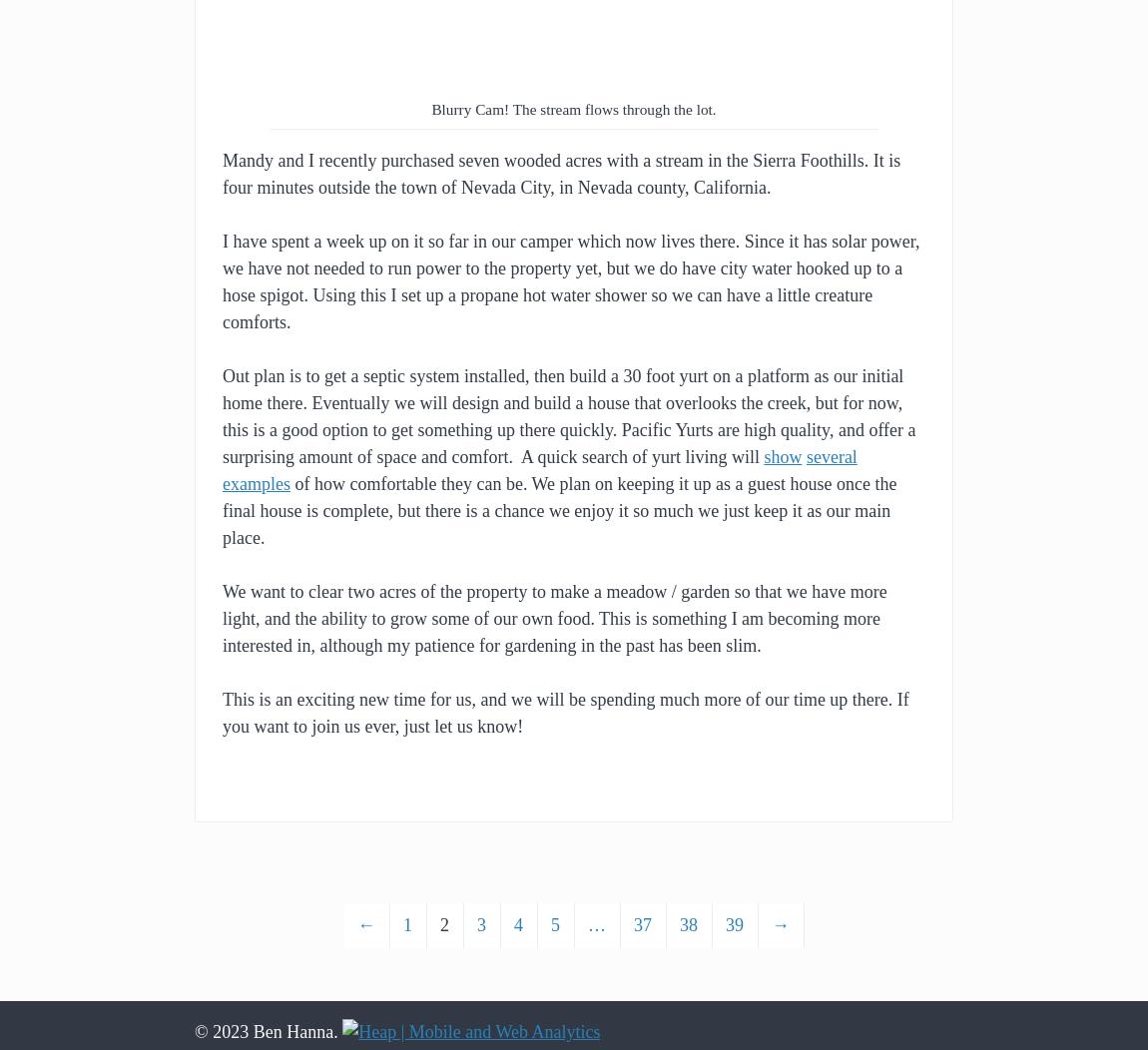  What do you see at coordinates (551, 924) in the screenshot?
I see `'5'` at bounding box center [551, 924].